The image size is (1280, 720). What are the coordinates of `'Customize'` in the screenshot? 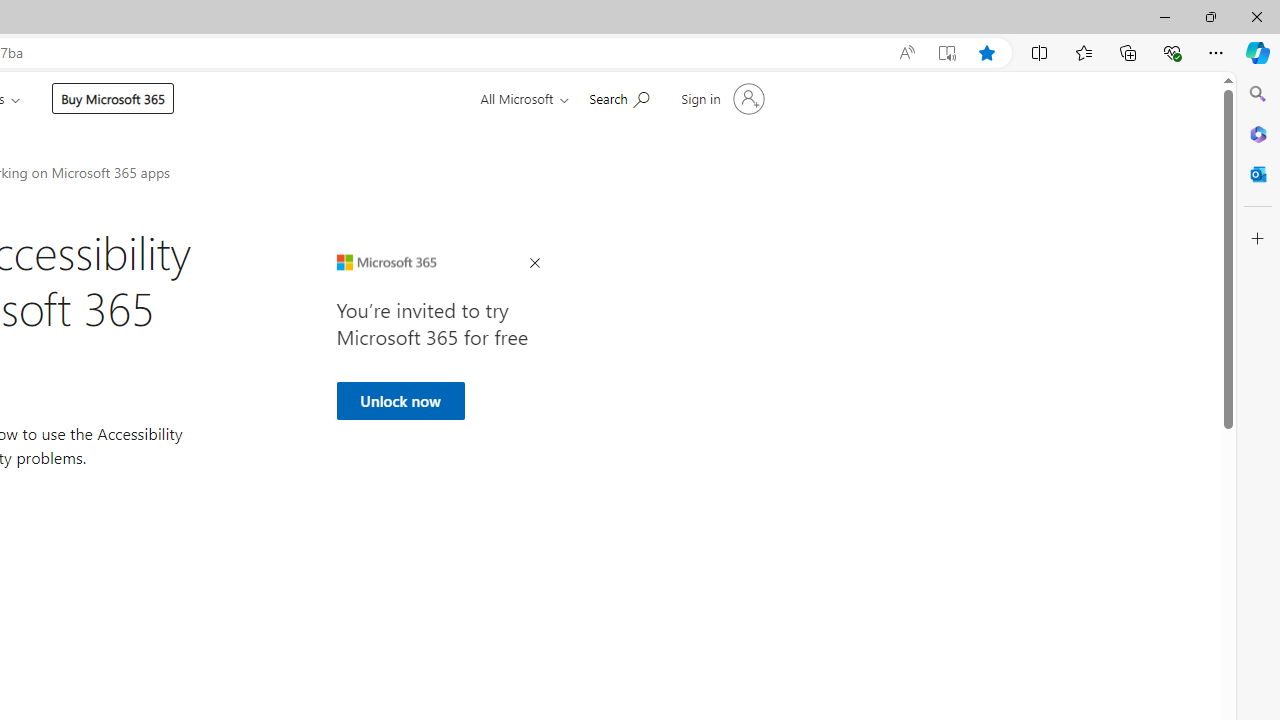 It's located at (1257, 238).